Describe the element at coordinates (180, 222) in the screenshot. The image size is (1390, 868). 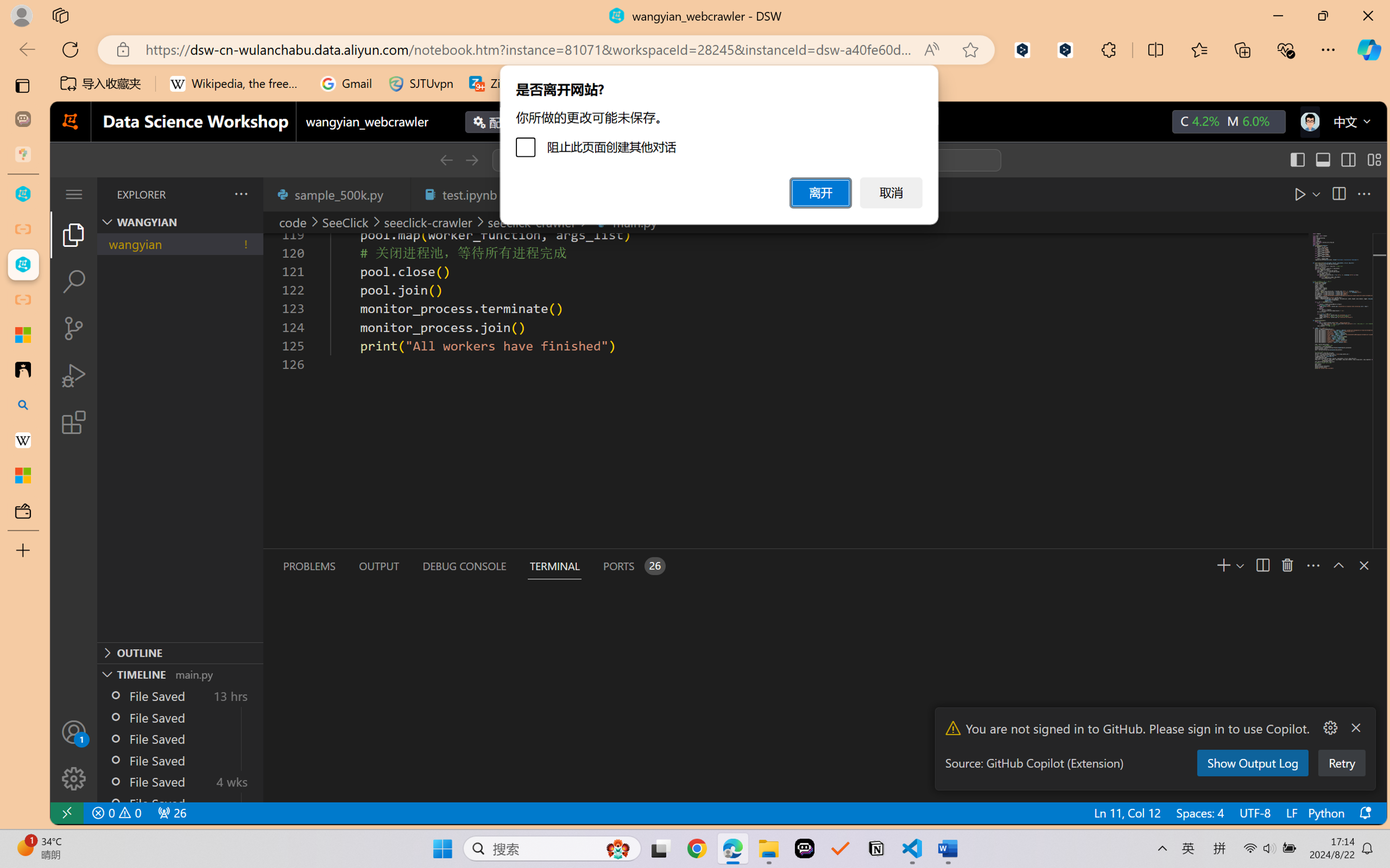
I see `'Explorer Section: wangyian'` at that location.